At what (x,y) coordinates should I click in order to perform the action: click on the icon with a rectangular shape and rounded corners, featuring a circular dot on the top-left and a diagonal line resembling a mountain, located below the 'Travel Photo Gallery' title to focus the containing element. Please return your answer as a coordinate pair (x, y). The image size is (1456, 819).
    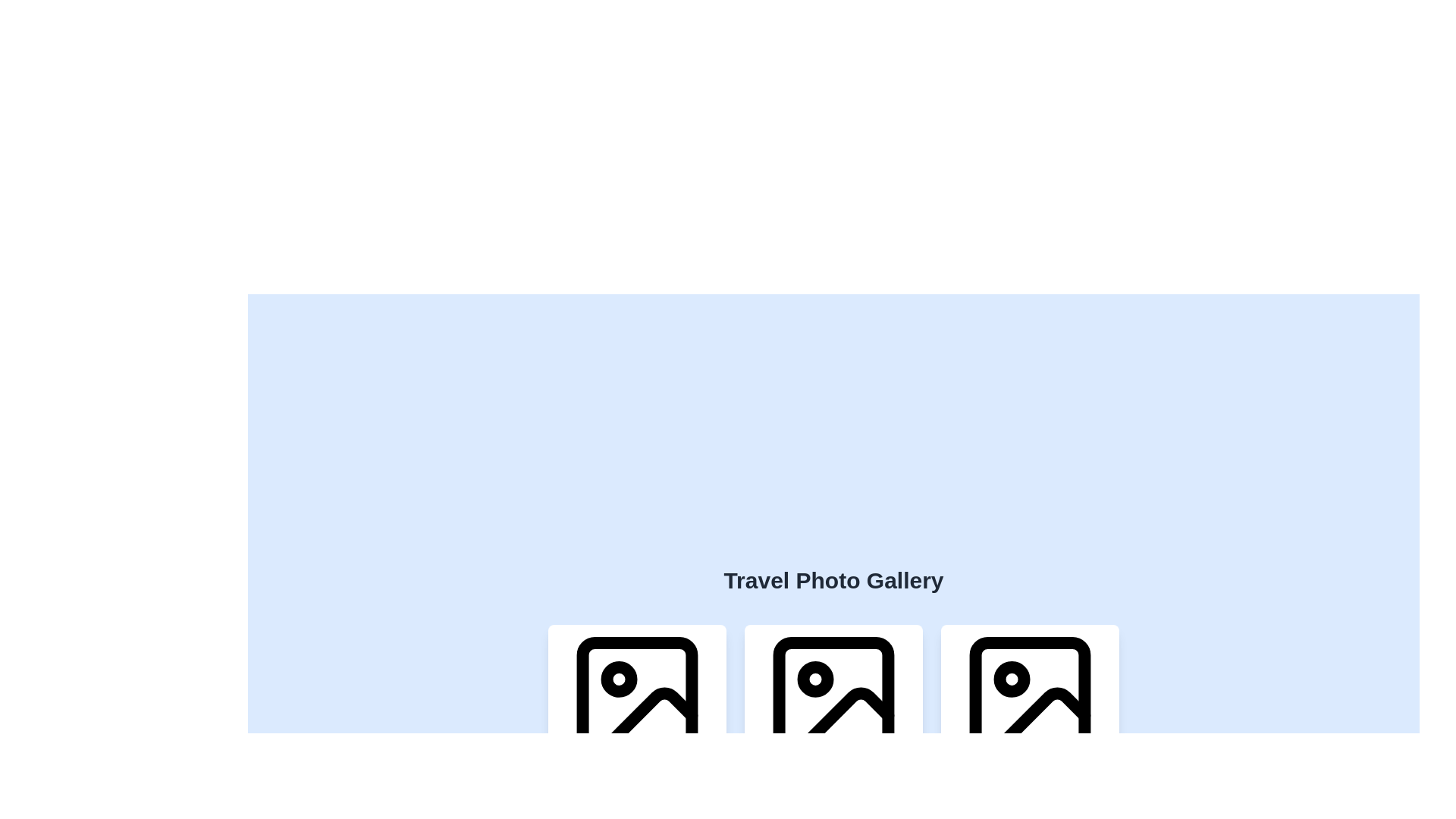
    Looking at the image, I should click on (833, 698).